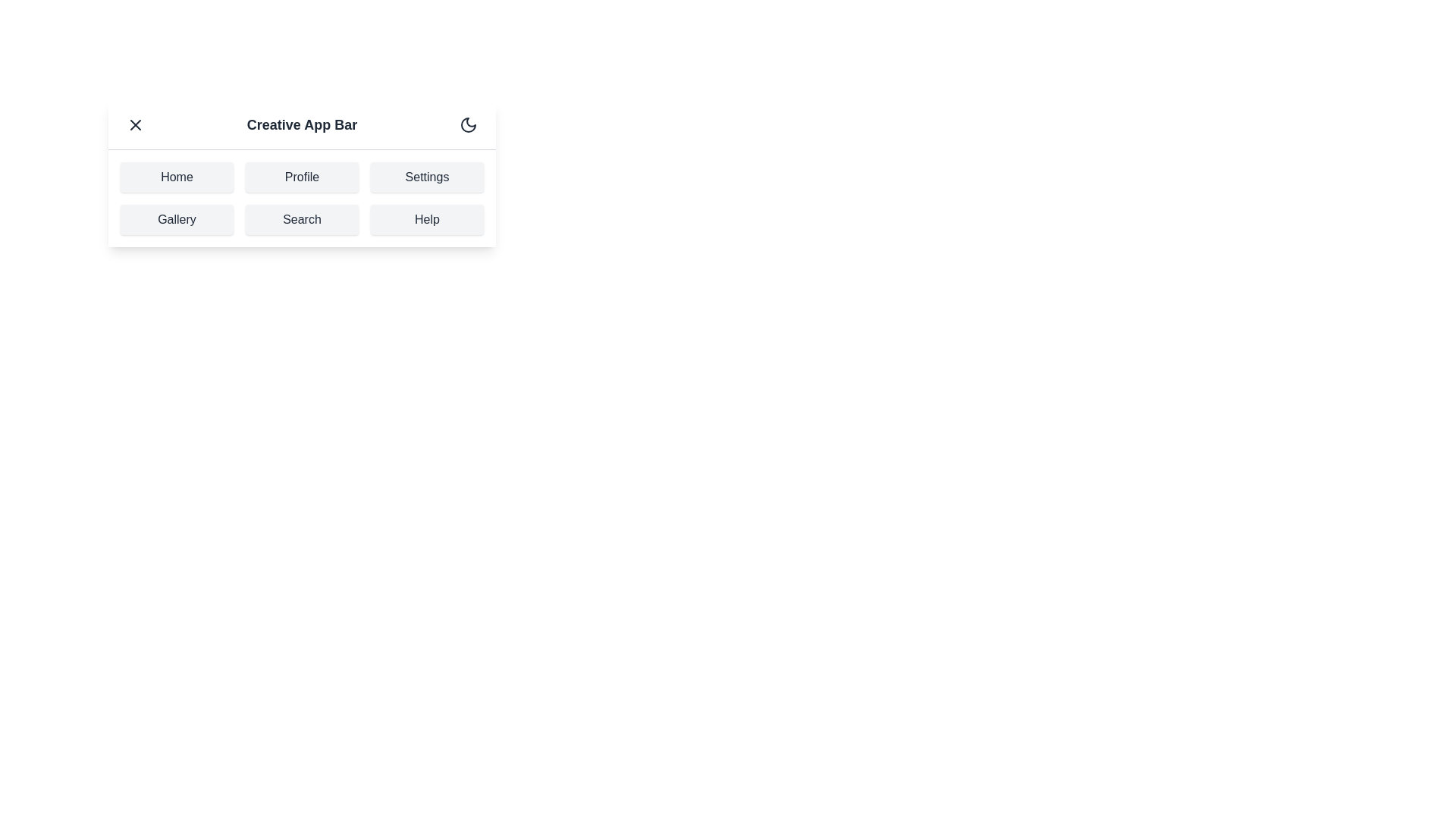 The image size is (1456, 819). I want to click on the menu toggle button to toggle the menu visibility, so click(135, 124).